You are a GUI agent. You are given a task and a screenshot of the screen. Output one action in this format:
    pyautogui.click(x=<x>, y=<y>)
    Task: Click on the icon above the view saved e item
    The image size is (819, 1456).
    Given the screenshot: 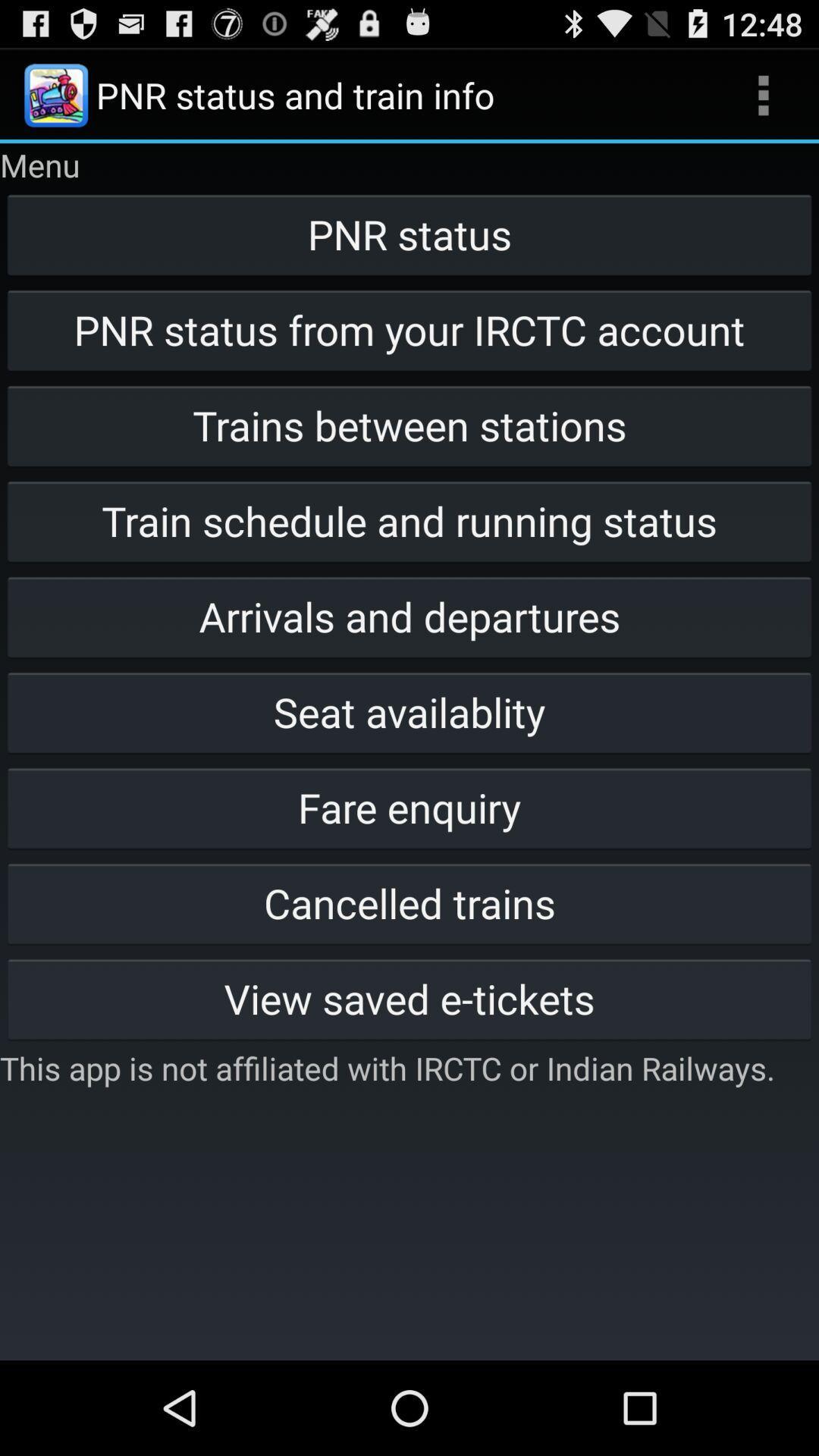 What is the action you would take?
    pyautogui.click(x=409, y=902)
    